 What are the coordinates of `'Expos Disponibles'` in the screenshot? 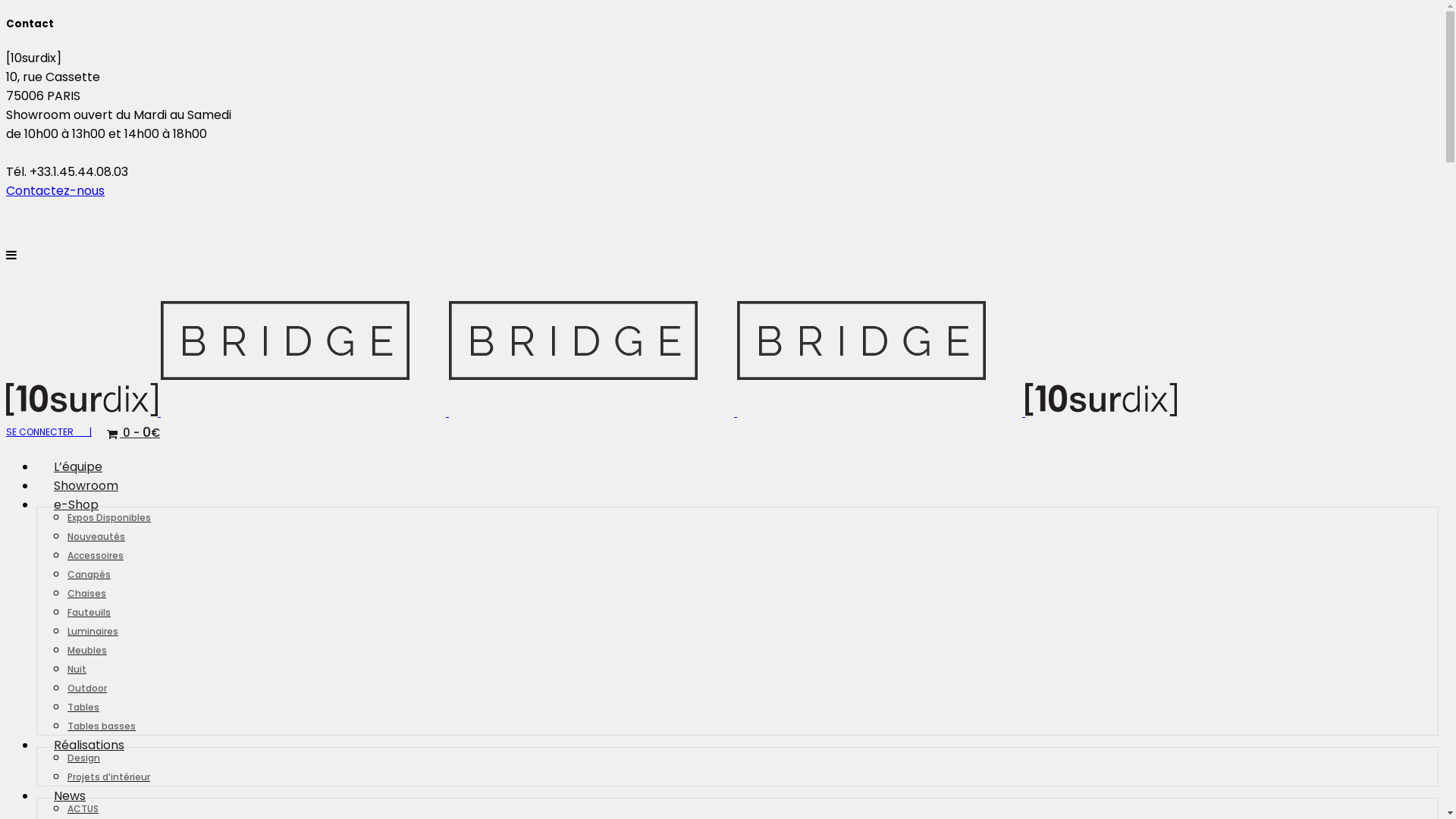 It's located at (108, 516).